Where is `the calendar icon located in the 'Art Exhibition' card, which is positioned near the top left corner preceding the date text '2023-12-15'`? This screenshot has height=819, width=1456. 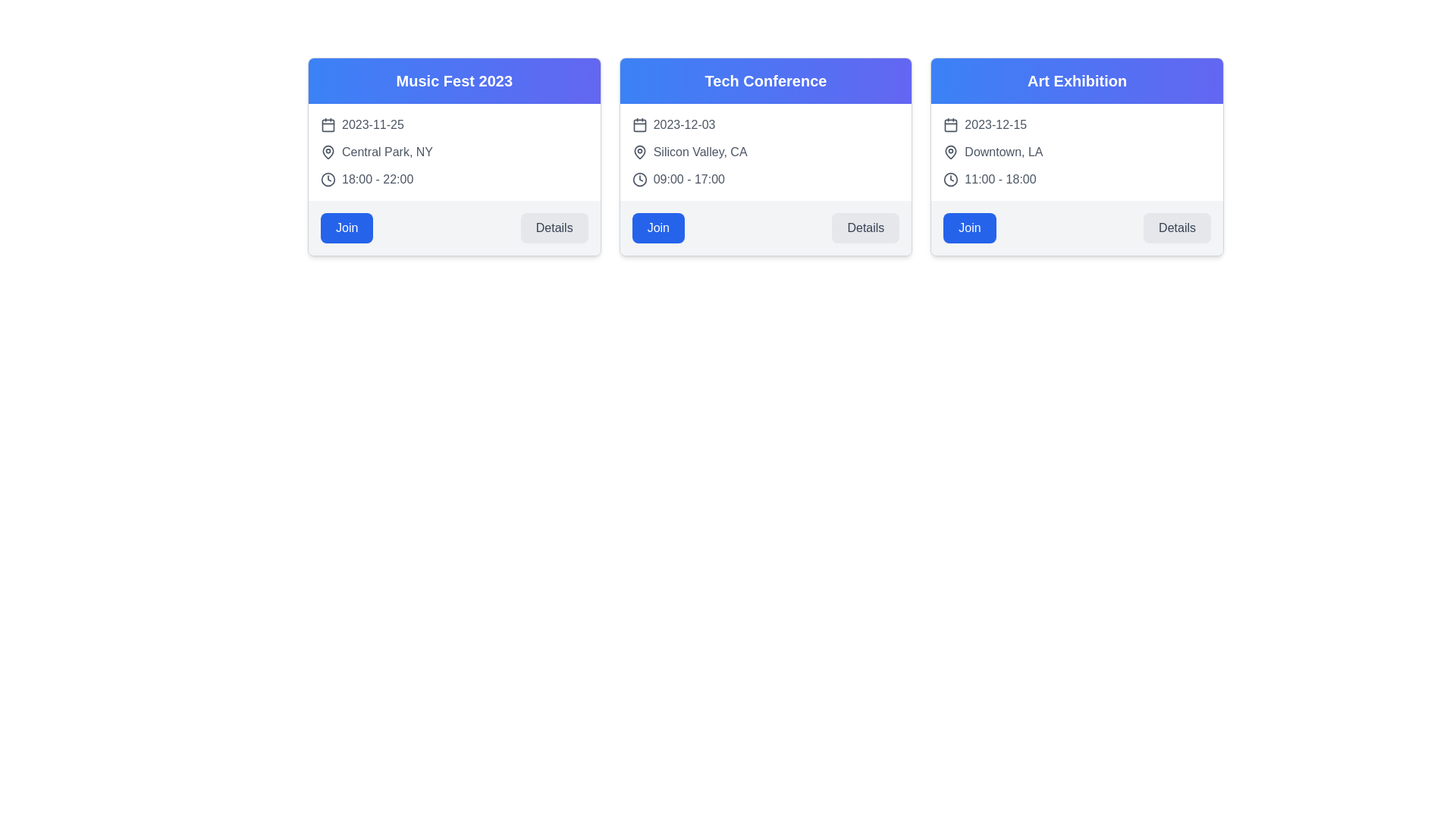 the calendar icon located in the 'Art Exhibition' card, which is positioned near the top left corner preceding the date text '2023-12-15' is located at coordinates (950, 124).